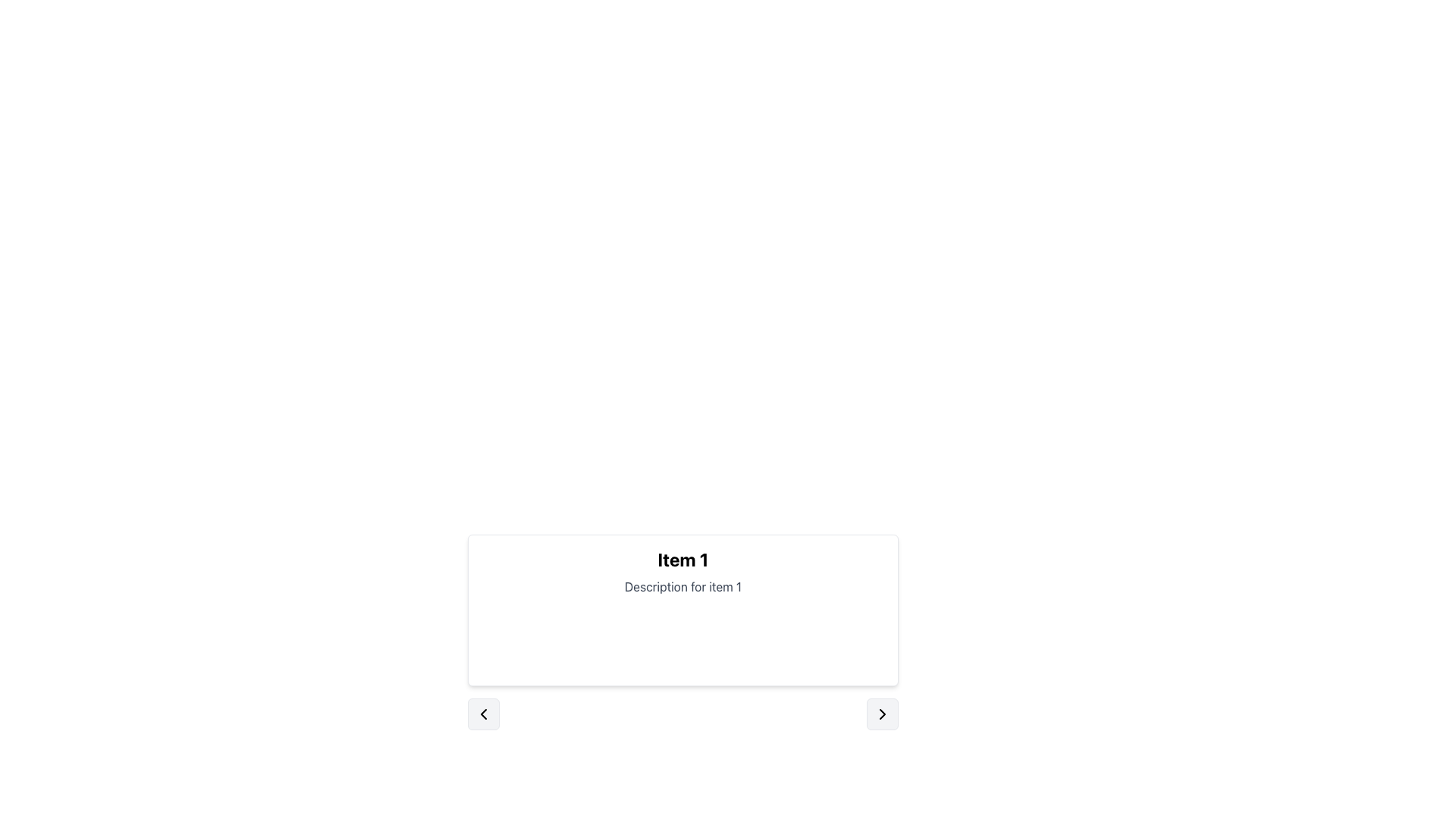 The image size is (1456, 819). What do you see at coordinates (682, 586) in the screenshot?
I see `the text label displaying 'Description for item 1', which is styled in gray and located beneath the bold title 'Item 1' within a bordered card-like structure` at bounding box center [682, 586].